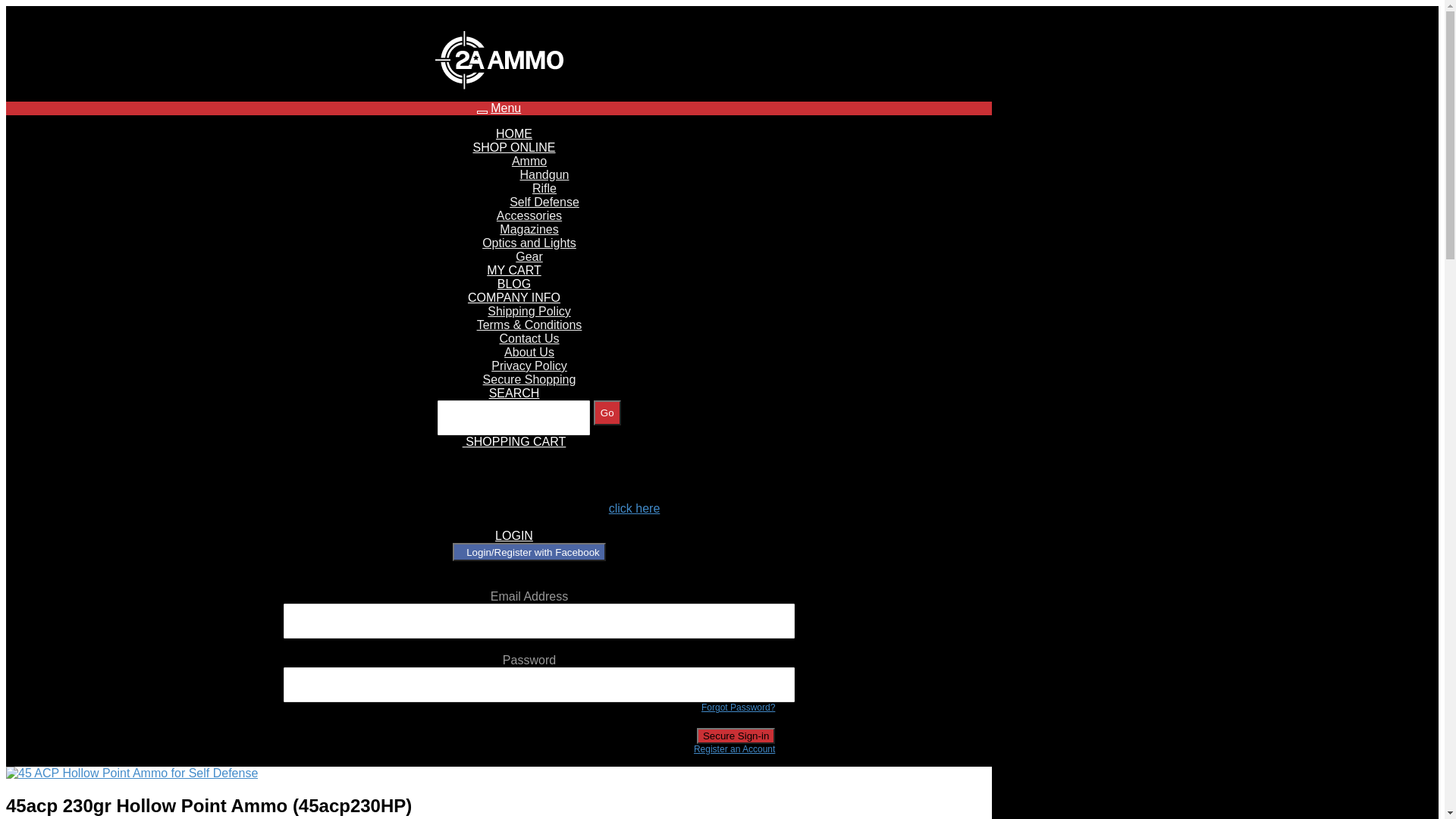 The height and width of the screenshot is (819, 1456). Describe the element at coordinates (532, 187) in the screenshot. I see `'Rifle'` at that location.